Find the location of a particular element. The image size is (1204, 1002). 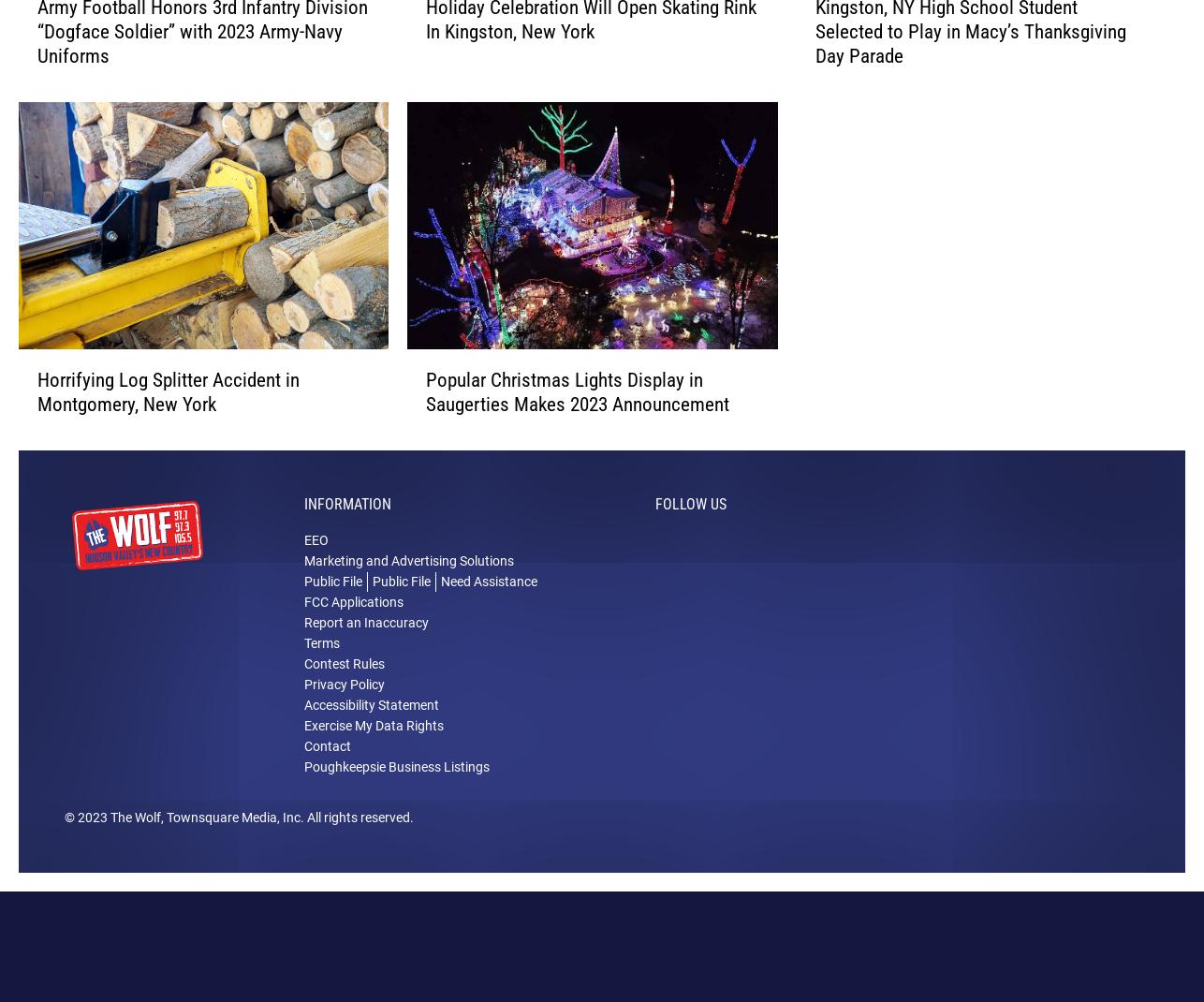

'. All rights reserved.' is located at coordinates (300, 846).